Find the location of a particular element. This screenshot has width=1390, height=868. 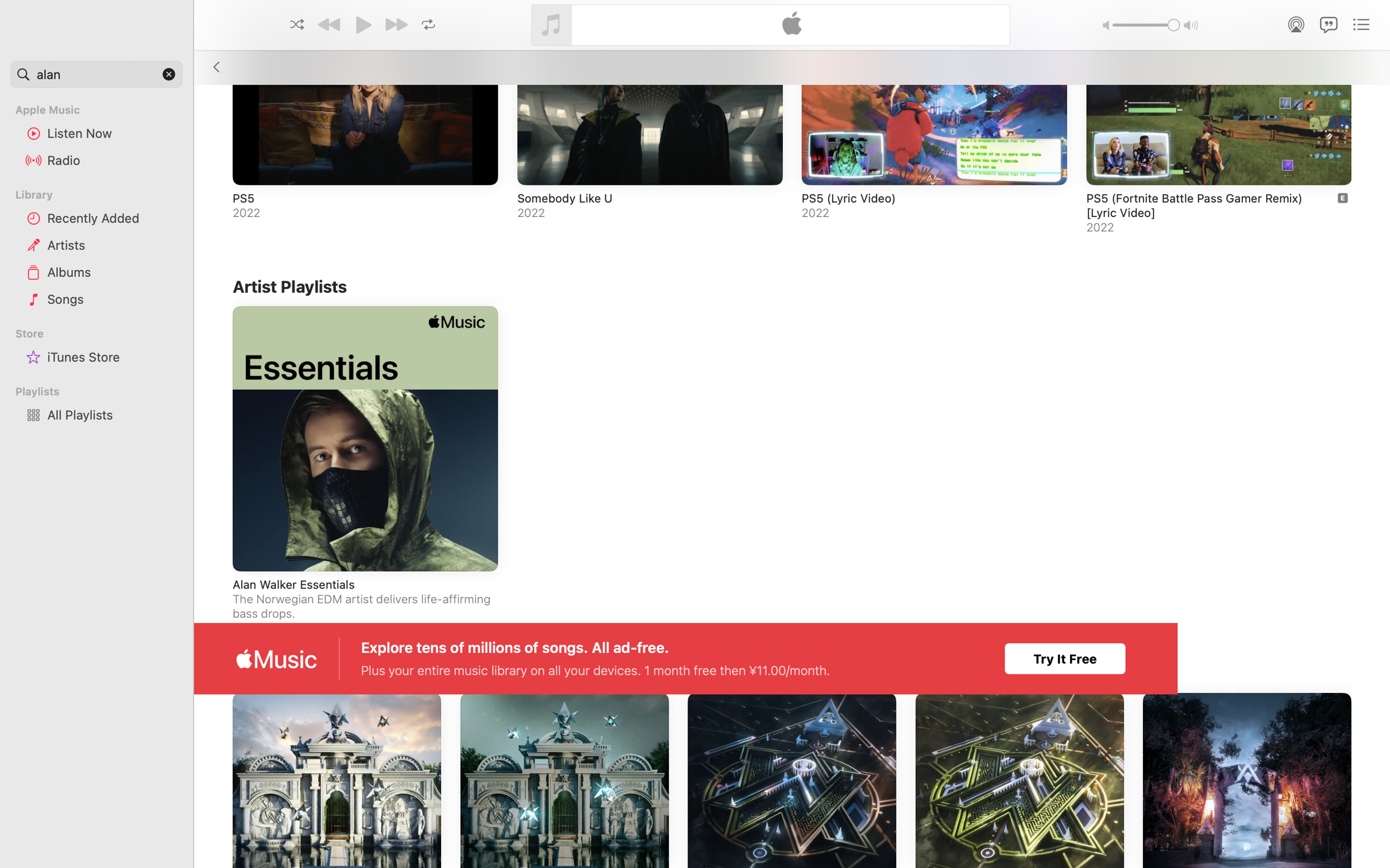

'Recently Added' is located at coordinates (110, 217).